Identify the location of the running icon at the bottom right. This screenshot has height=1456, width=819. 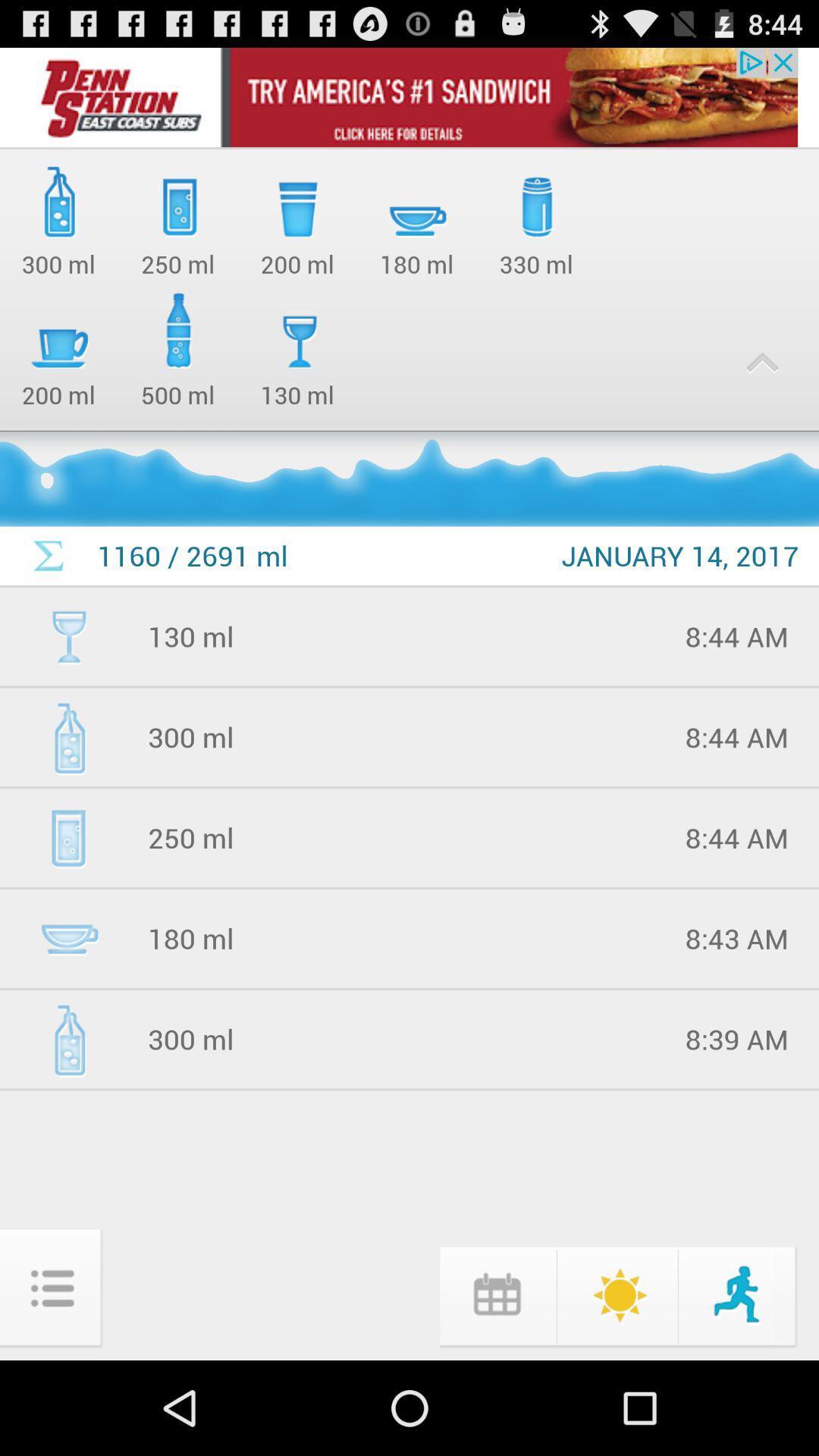
(738, 1294).